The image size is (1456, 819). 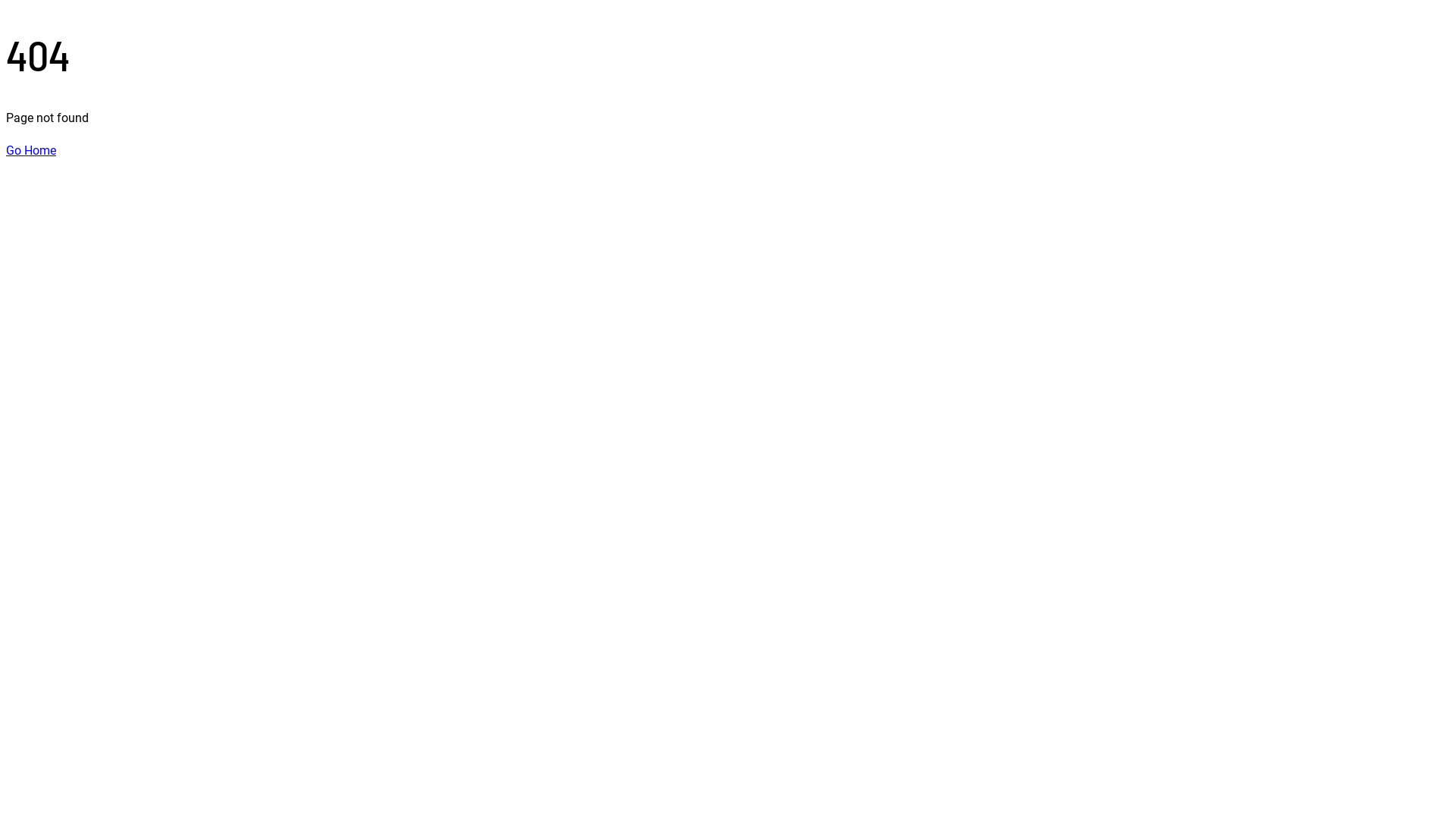 What do you see at coordinates (31, 150) in the screenshot?
I see `'Go Home'` at bounding box center [31, 150].